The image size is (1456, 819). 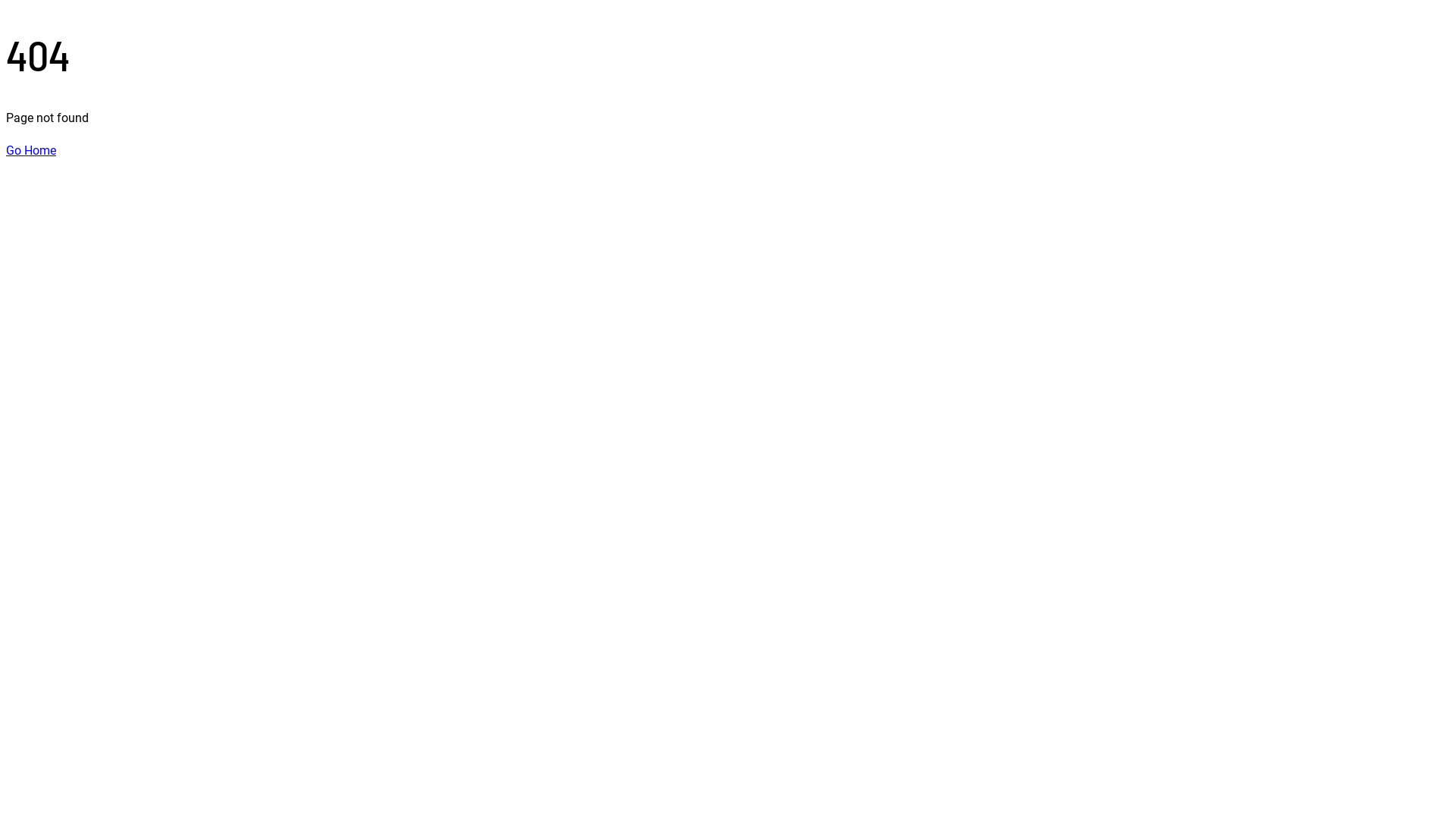 What do you see at coordinates (31, 150) in the screenshot?
I see `'Go Home'` at bounding box center [31, 150].